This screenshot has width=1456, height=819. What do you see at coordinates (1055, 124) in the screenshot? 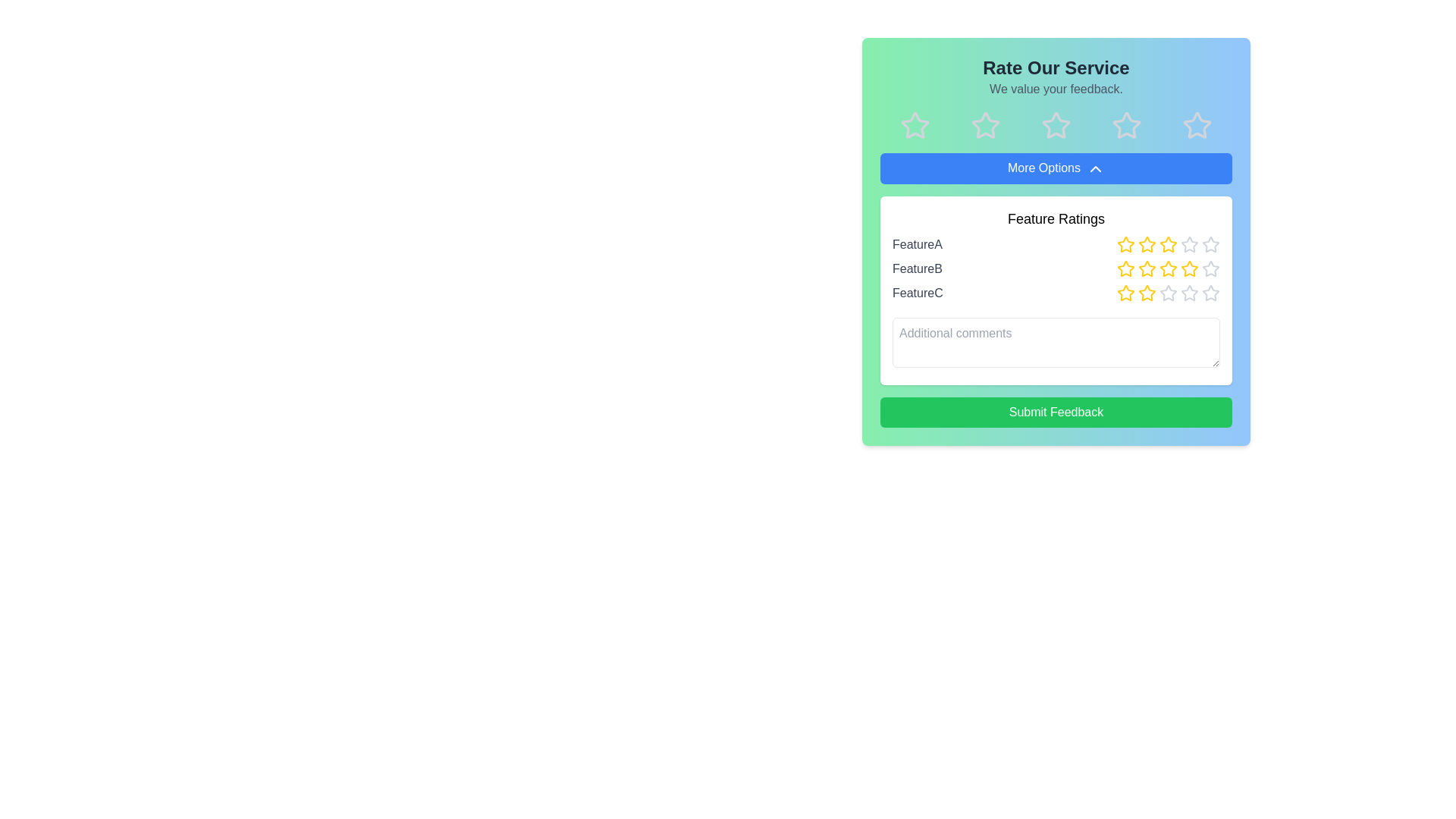
I see `the star icon in the Rating element located under the text 'We value your feedback.'` at bounding box center [1055, 124].